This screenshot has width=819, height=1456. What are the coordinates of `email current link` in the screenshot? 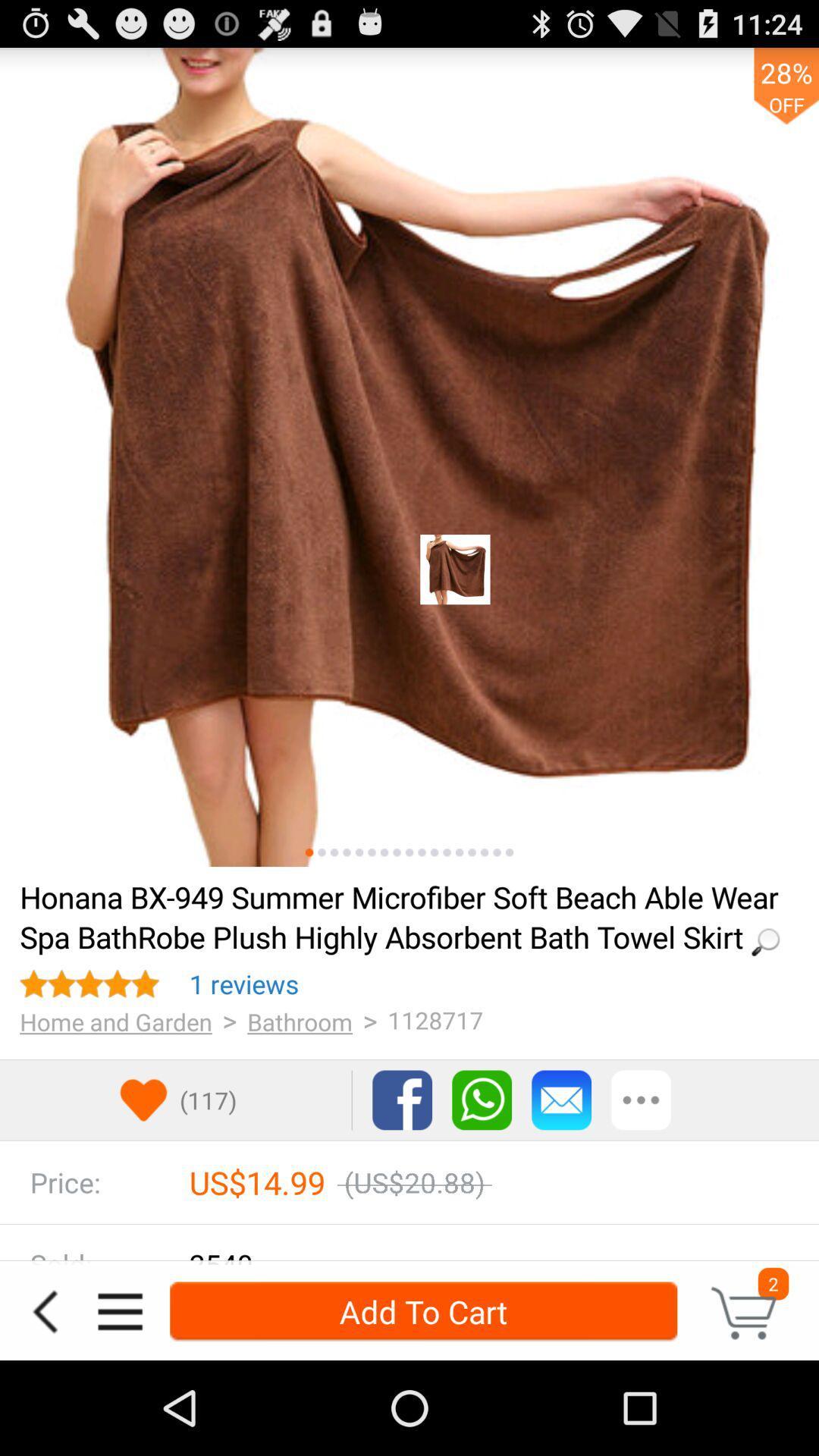 It's located at (561, 1100).